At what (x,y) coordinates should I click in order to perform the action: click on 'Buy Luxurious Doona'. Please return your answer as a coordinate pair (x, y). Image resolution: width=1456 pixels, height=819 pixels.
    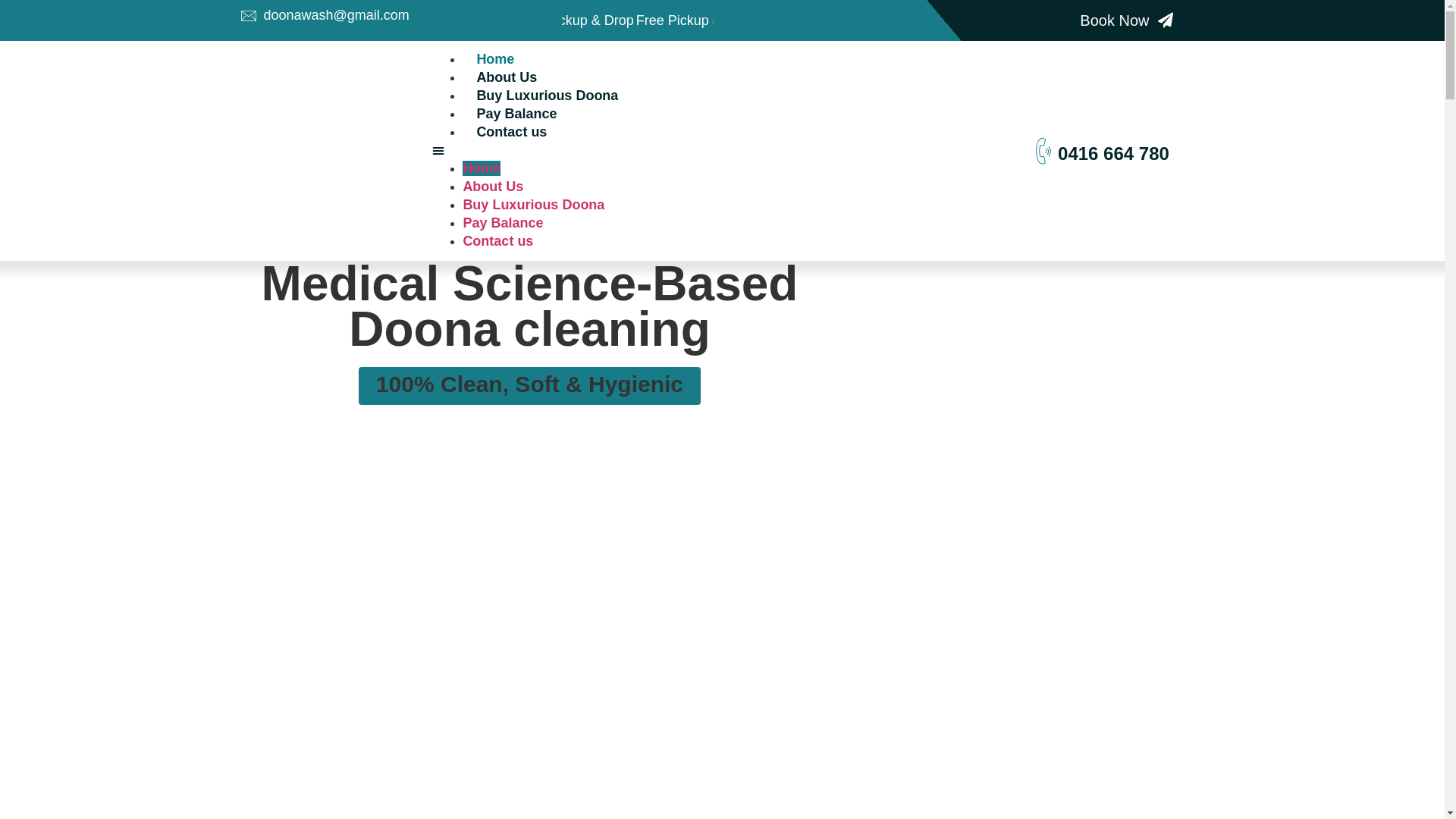
    Looking at the image, I should click on (546, 96).